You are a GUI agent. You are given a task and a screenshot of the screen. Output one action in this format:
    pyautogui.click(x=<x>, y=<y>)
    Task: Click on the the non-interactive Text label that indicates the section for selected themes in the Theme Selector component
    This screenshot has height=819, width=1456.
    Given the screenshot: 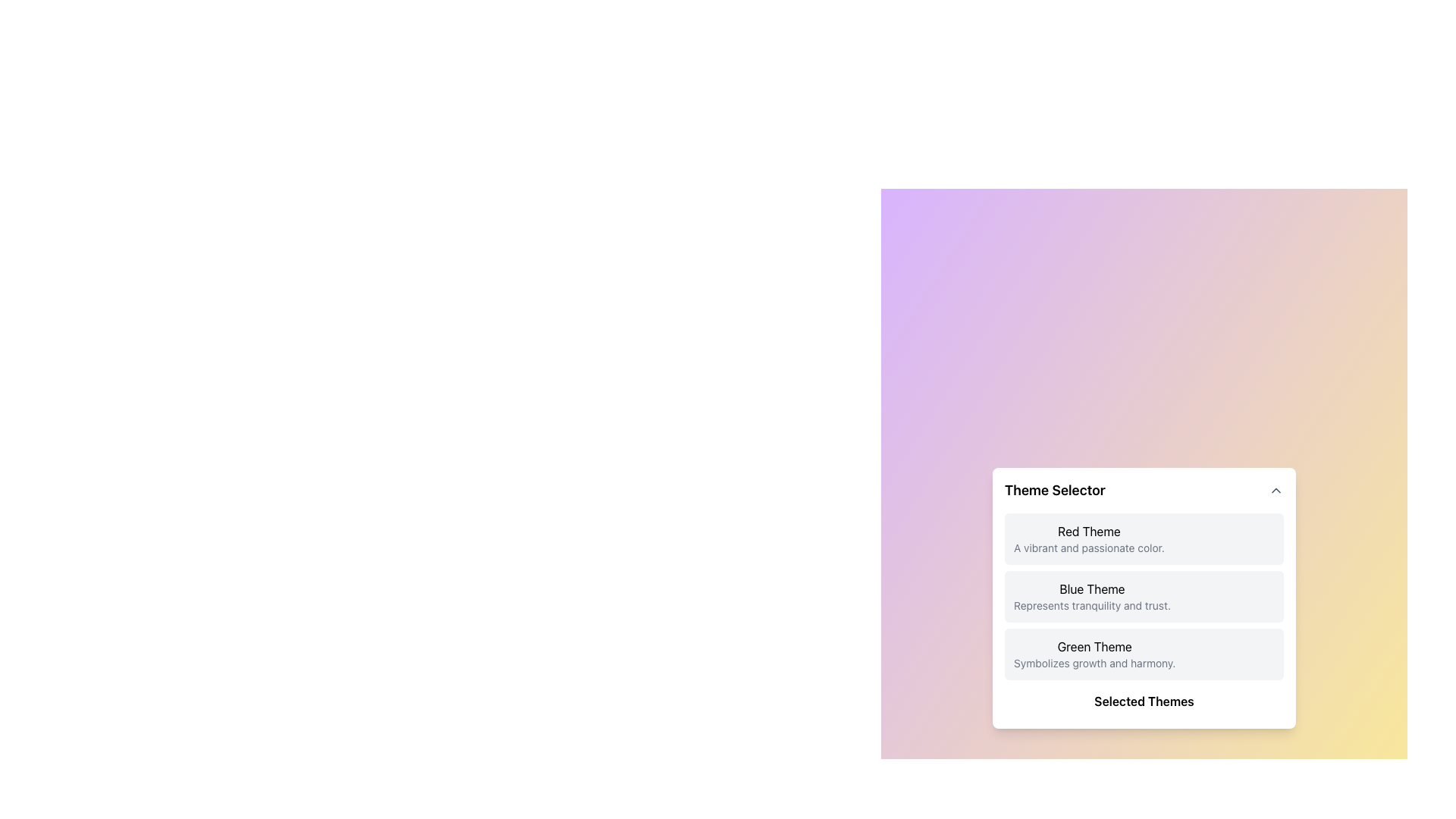 What is the action you would take?
    pyautogui.click(x=1144, y=701)
    